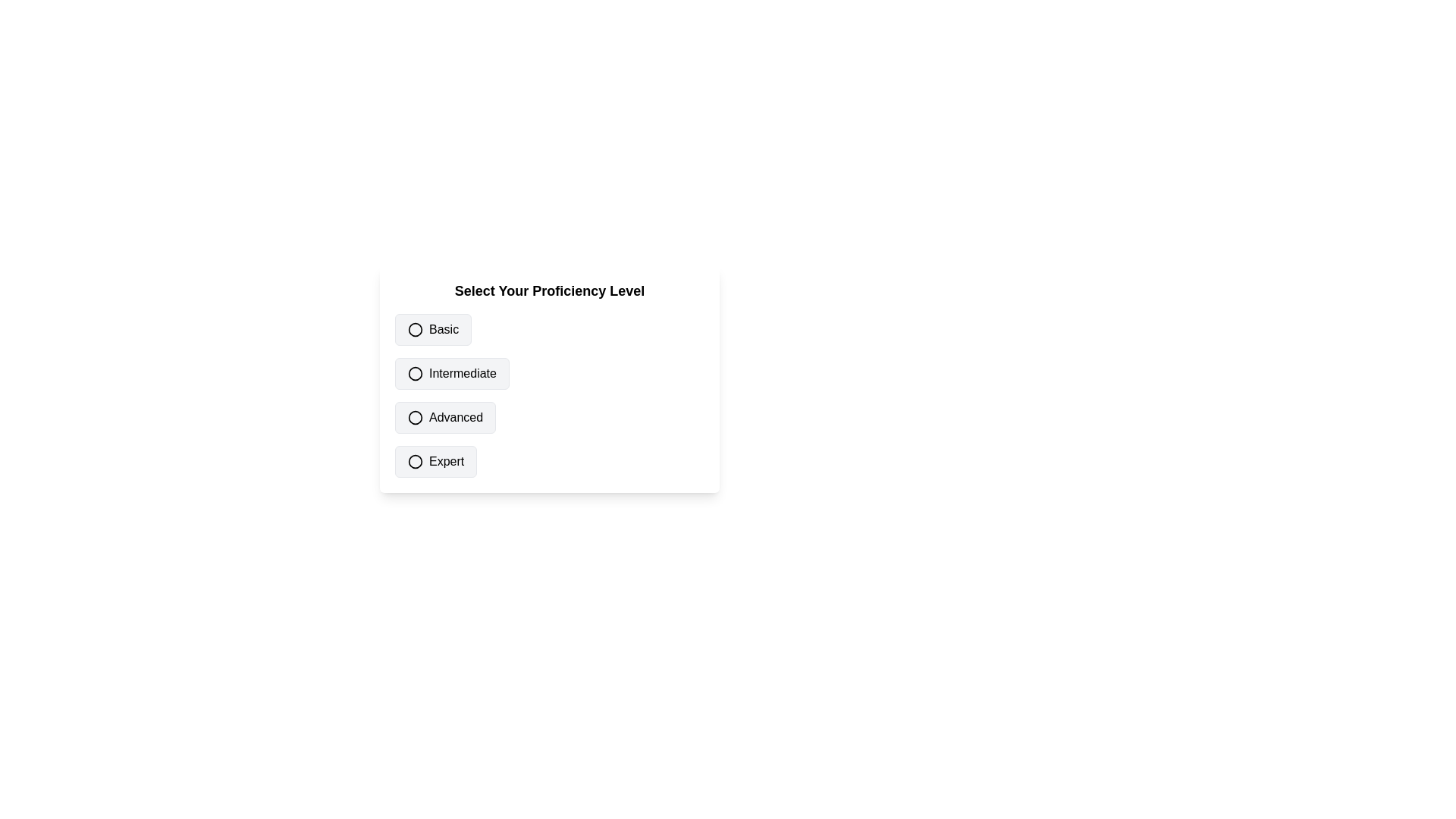 This screenshot has width=1456, height=819. Describe the element at coordinates (415, 461) in the screenshot. I see `the selectable circle icon next to the text 'Expert' to prepare for selection` at that location.